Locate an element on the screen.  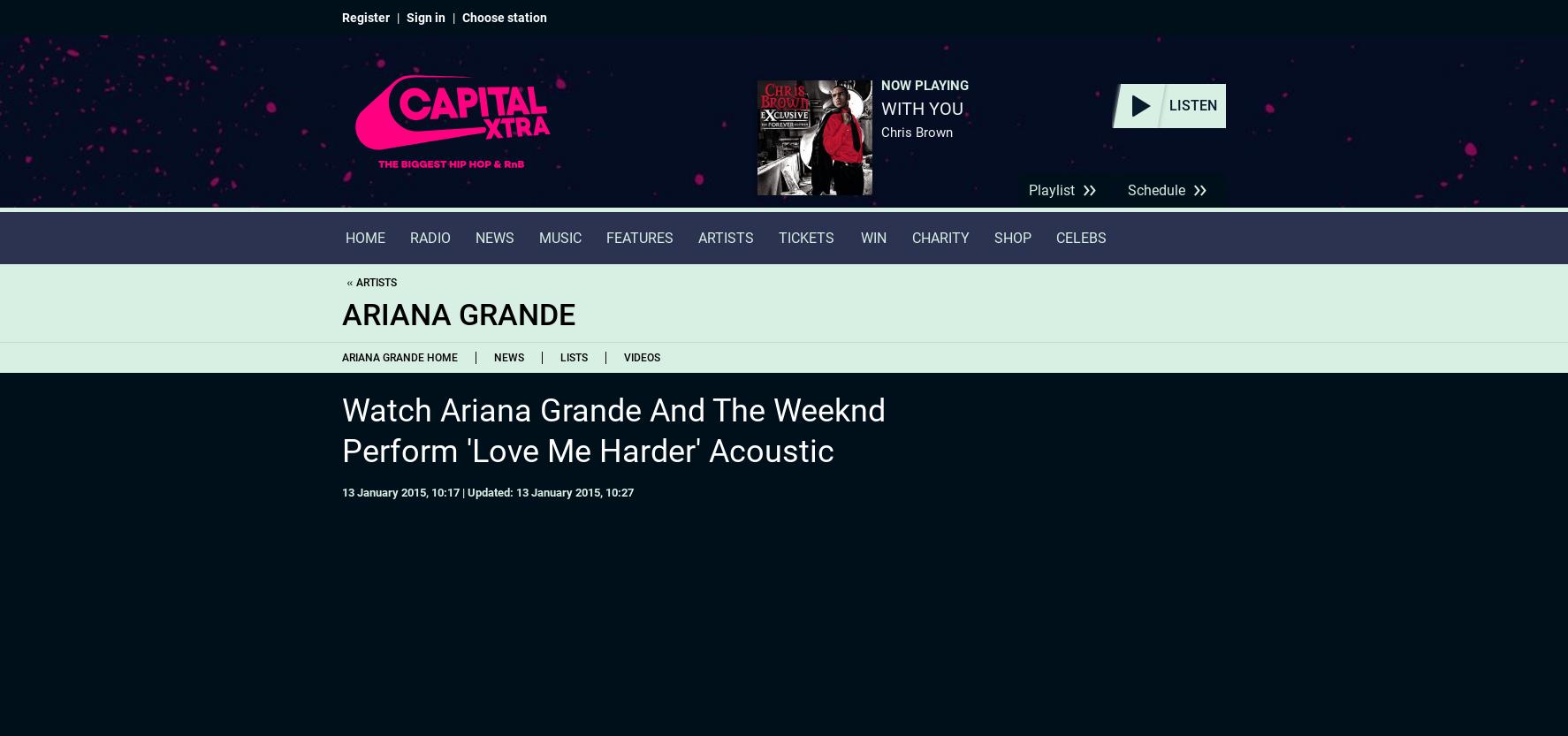
'Sign in' is located at coordinates (425, 17).